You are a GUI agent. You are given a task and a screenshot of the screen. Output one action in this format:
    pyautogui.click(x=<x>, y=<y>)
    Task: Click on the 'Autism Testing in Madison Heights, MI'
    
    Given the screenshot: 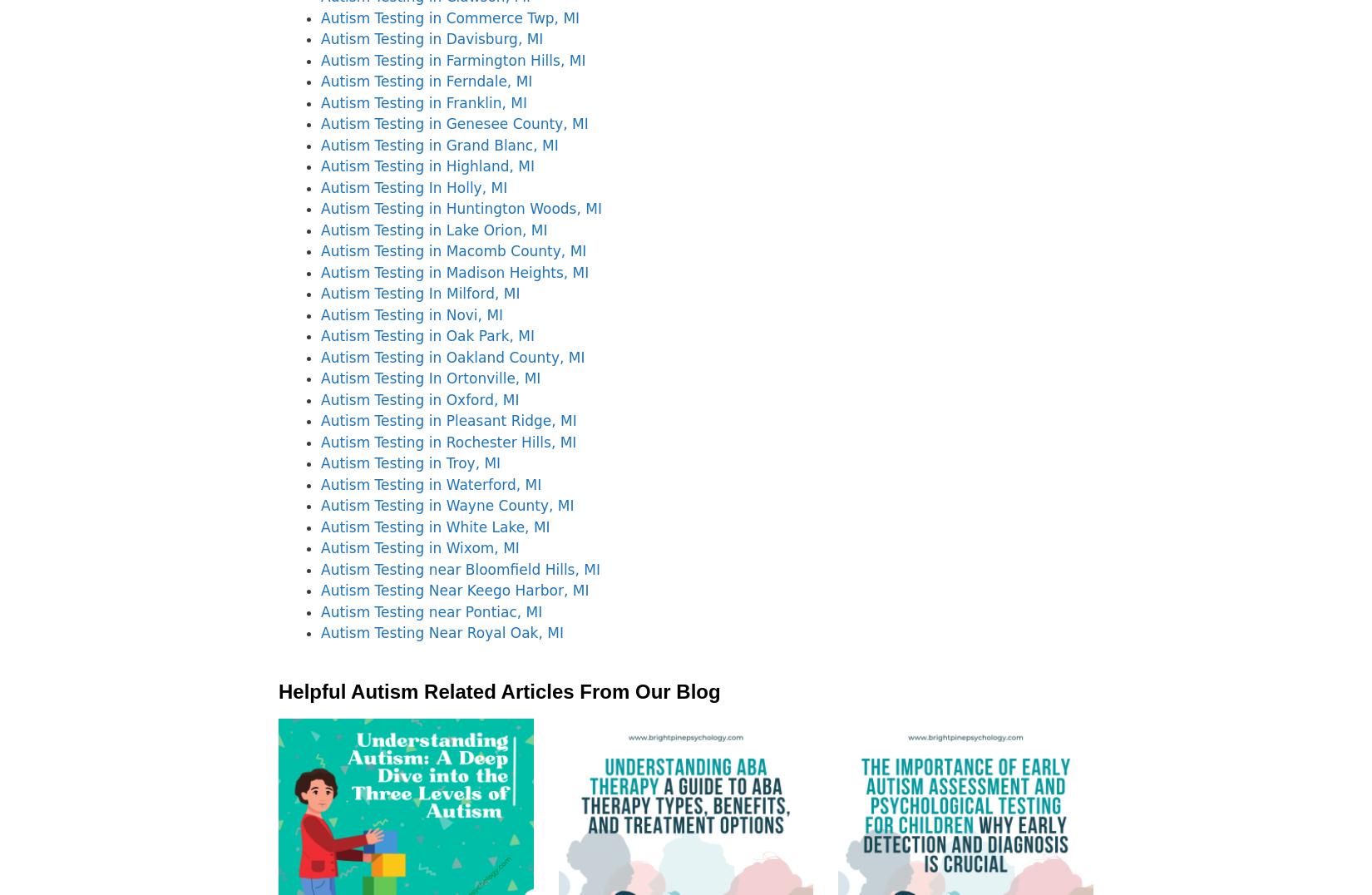 What is the action you would take?
    pyautogui.click(x=453, y=271)
    